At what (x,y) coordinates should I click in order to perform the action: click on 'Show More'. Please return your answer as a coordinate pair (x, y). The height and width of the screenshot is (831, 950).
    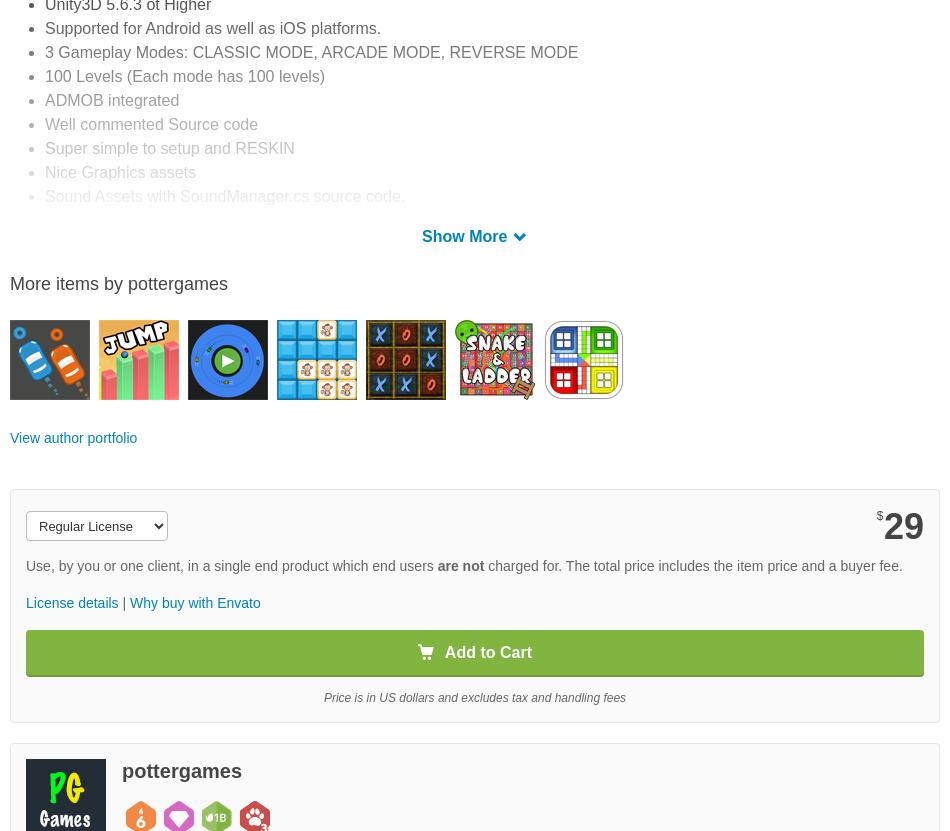
    Looking at the image, I should click on (465, 235).